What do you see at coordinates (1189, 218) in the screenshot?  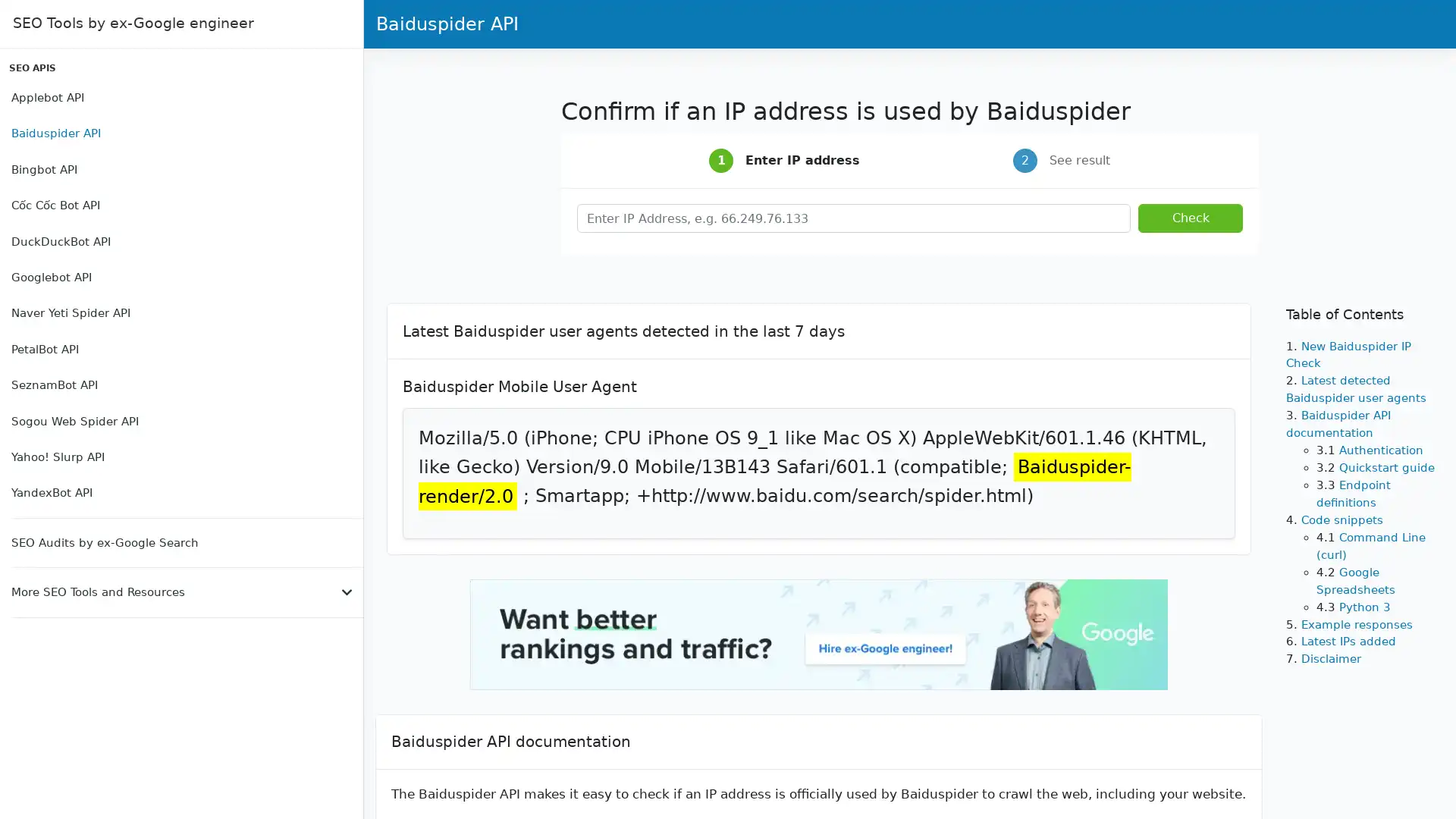 I see `Check` at bounding box center [1189, 218].